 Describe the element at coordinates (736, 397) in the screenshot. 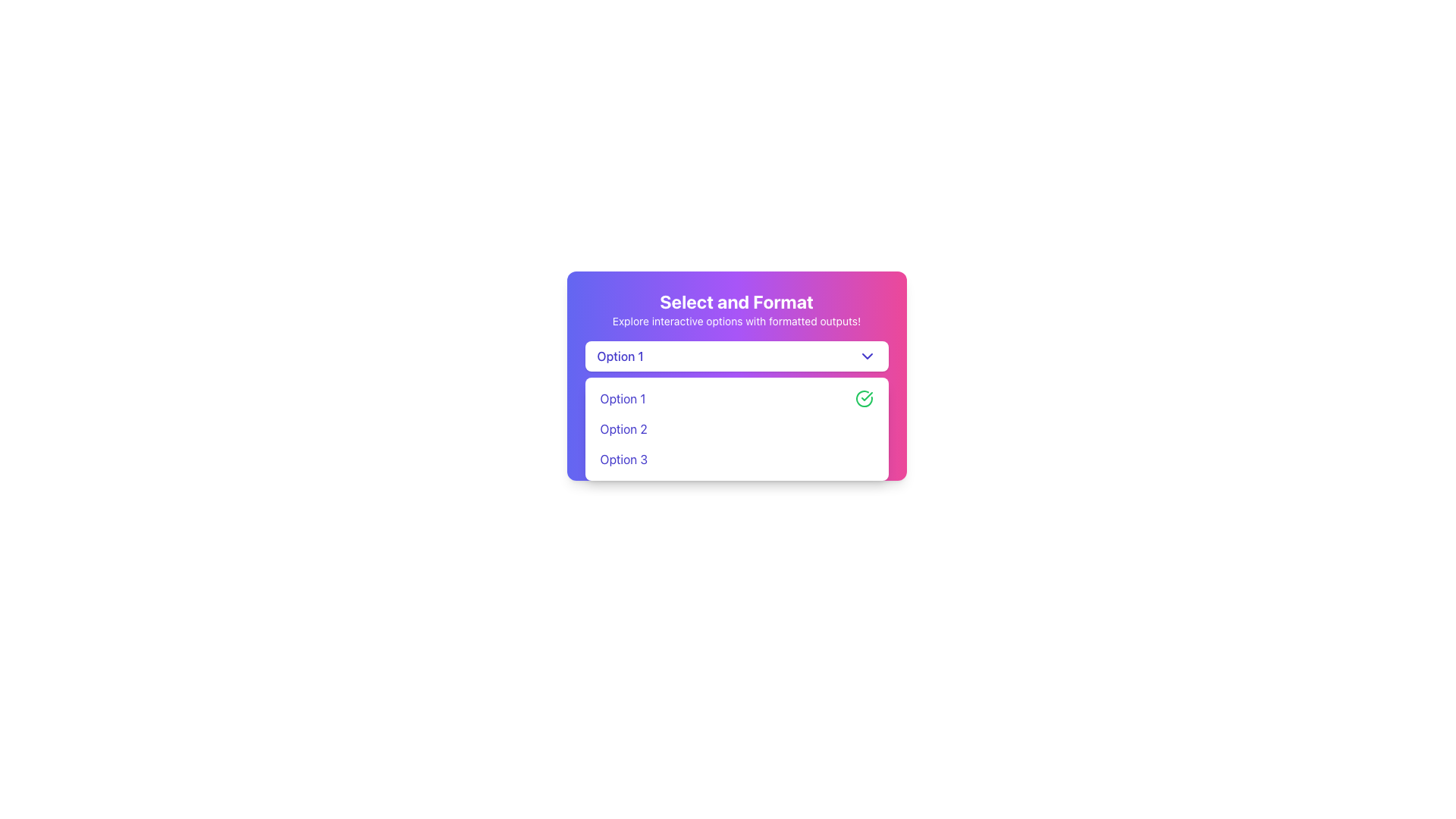

I see `the selectable list item labeled 'Option 1' in the dropdown menu` at that location.